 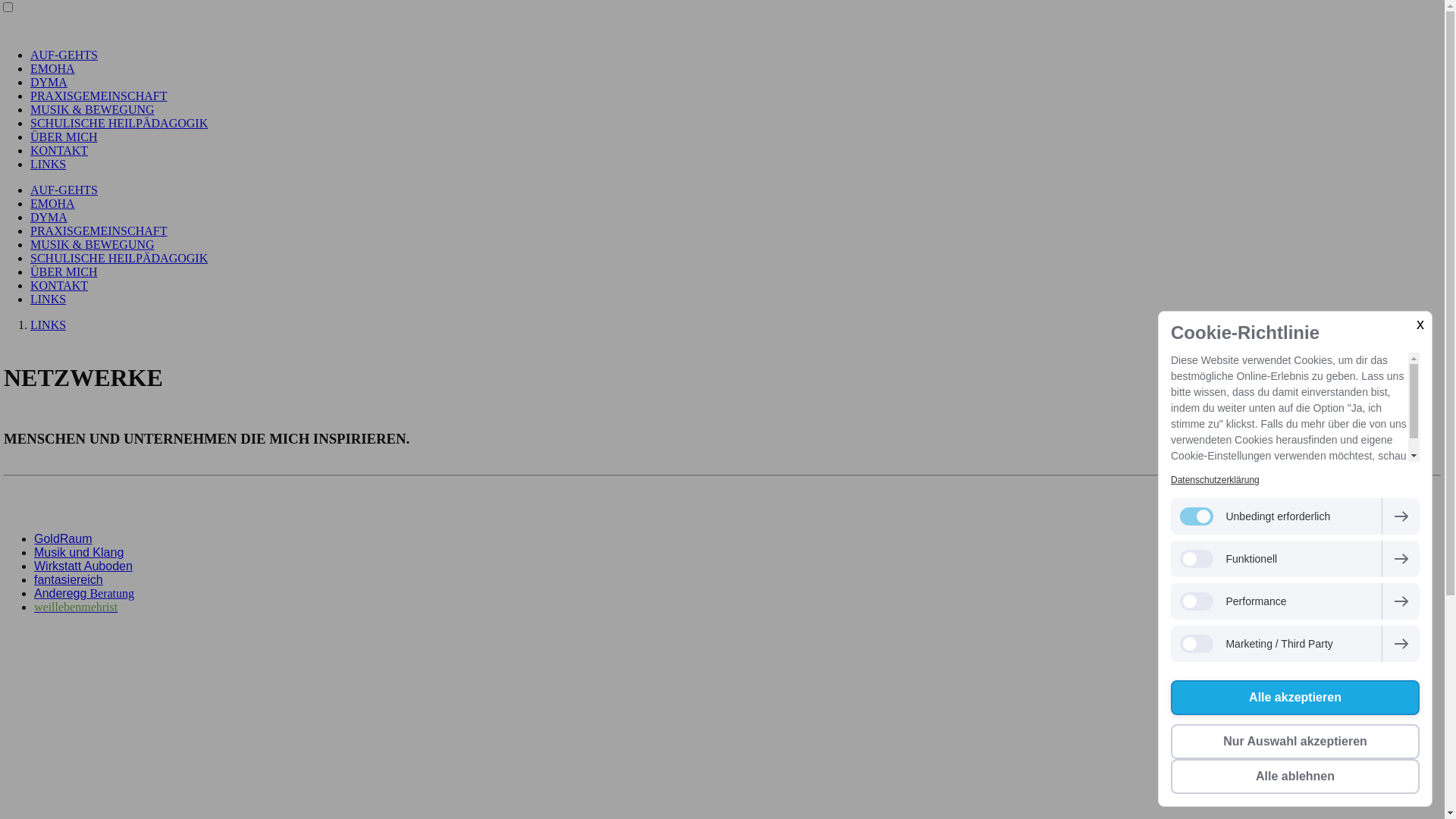 What do you see at coordinates (83, 592) in the screenshot?
I see `'Anderegg Beratung'` at bounding box center [83, 592].